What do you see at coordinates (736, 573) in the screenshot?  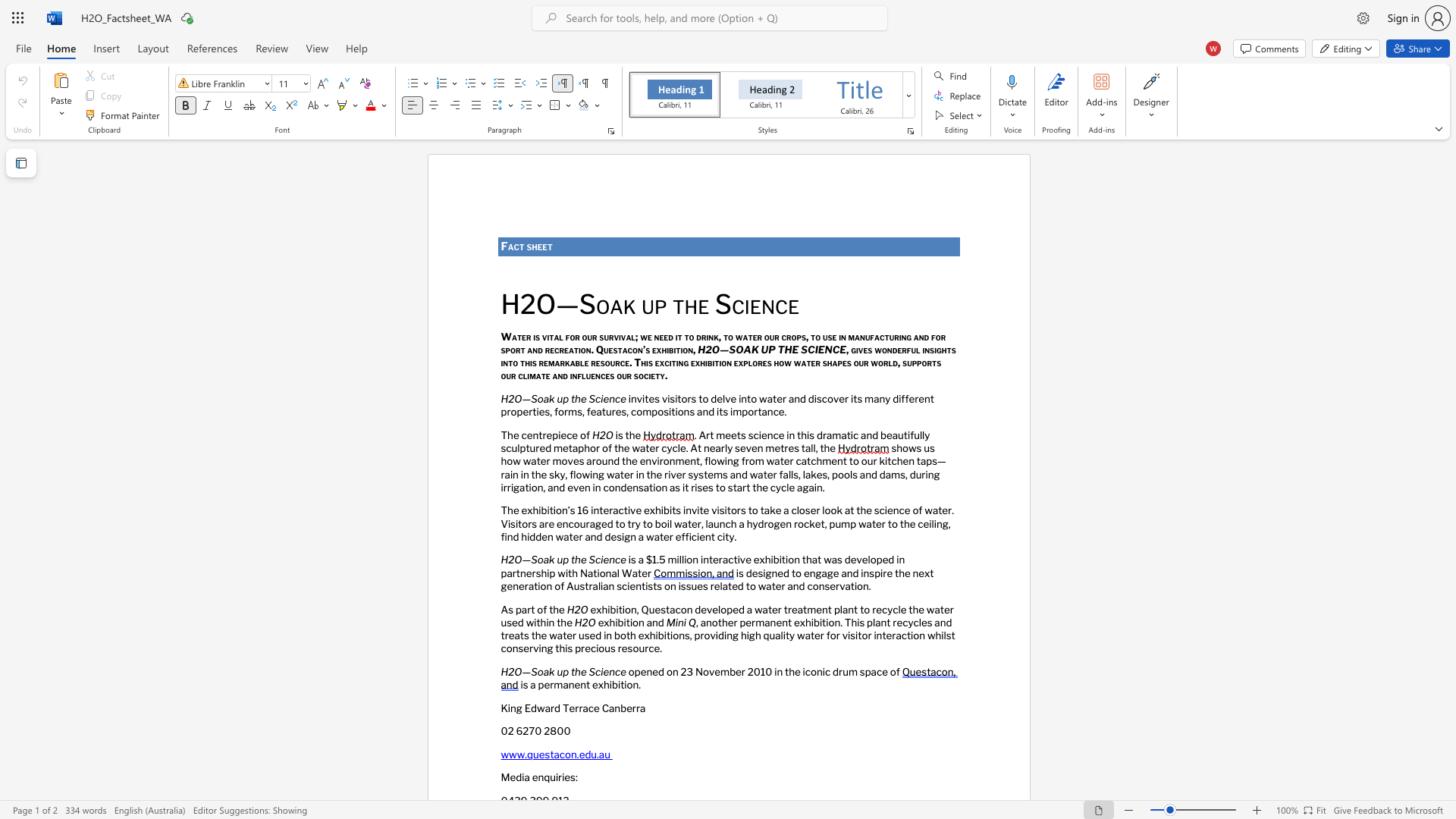 I see `the subset text "is designed to engage and inspire the next generation of Australian scientists on issues re" within the text "is designed to engage and inspire the next generation of Australian scientists on issues related to water and conservation."` at bounding box center [736, 573].